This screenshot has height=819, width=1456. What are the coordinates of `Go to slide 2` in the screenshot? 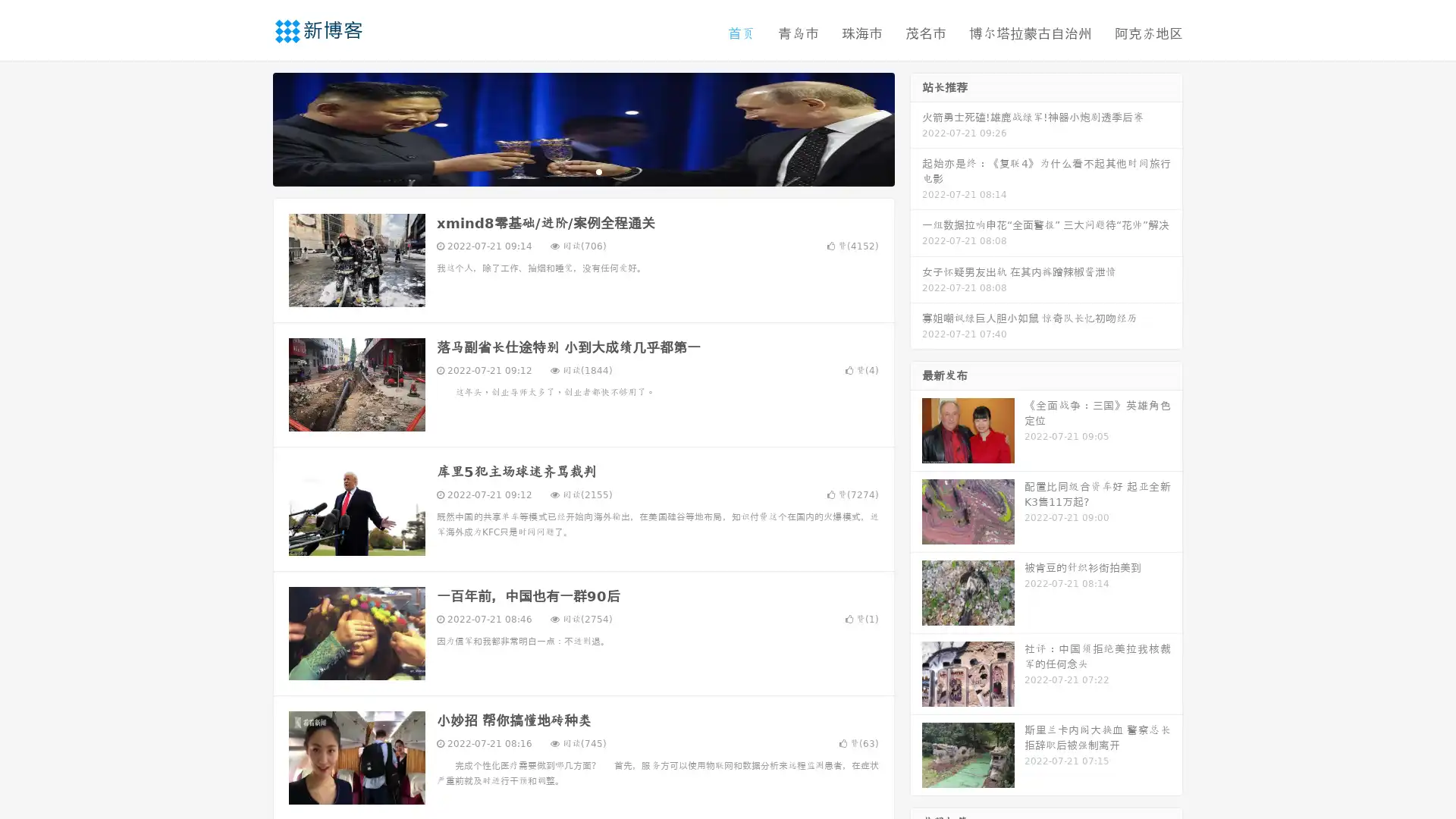 It's located at (582, 171).